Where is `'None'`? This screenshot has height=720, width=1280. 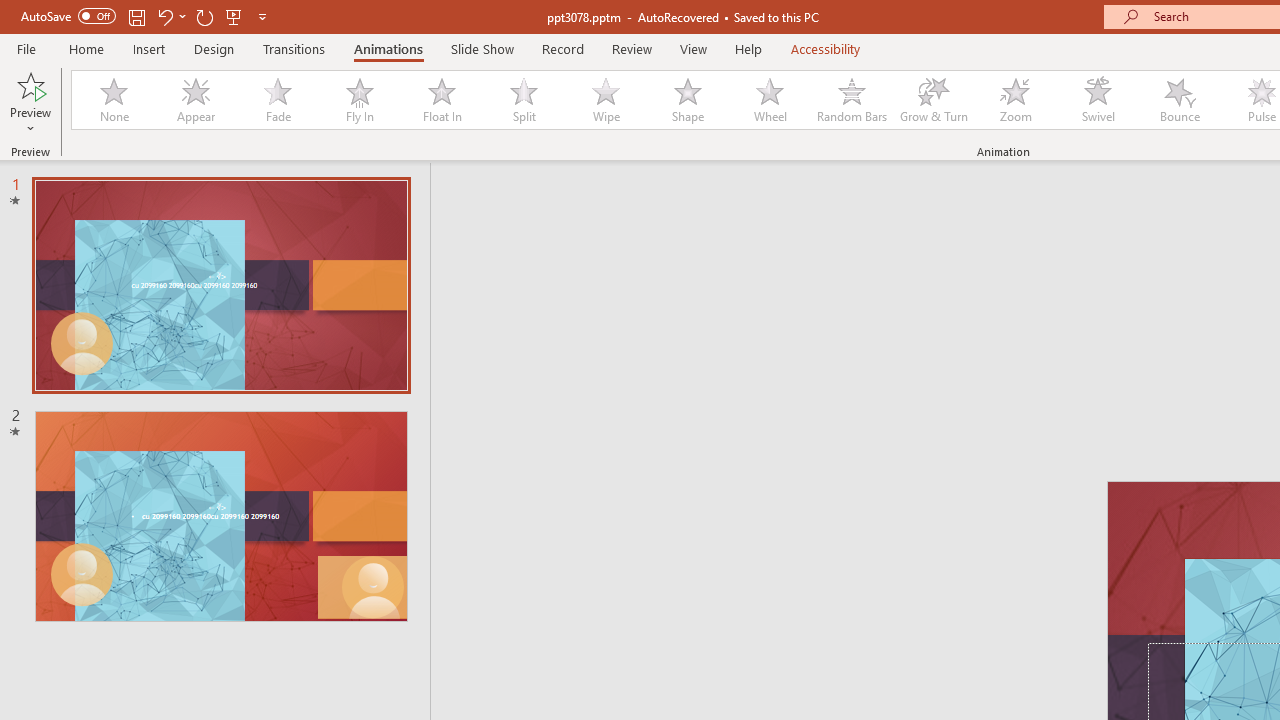
'None' is located at coordinates (112, 100).